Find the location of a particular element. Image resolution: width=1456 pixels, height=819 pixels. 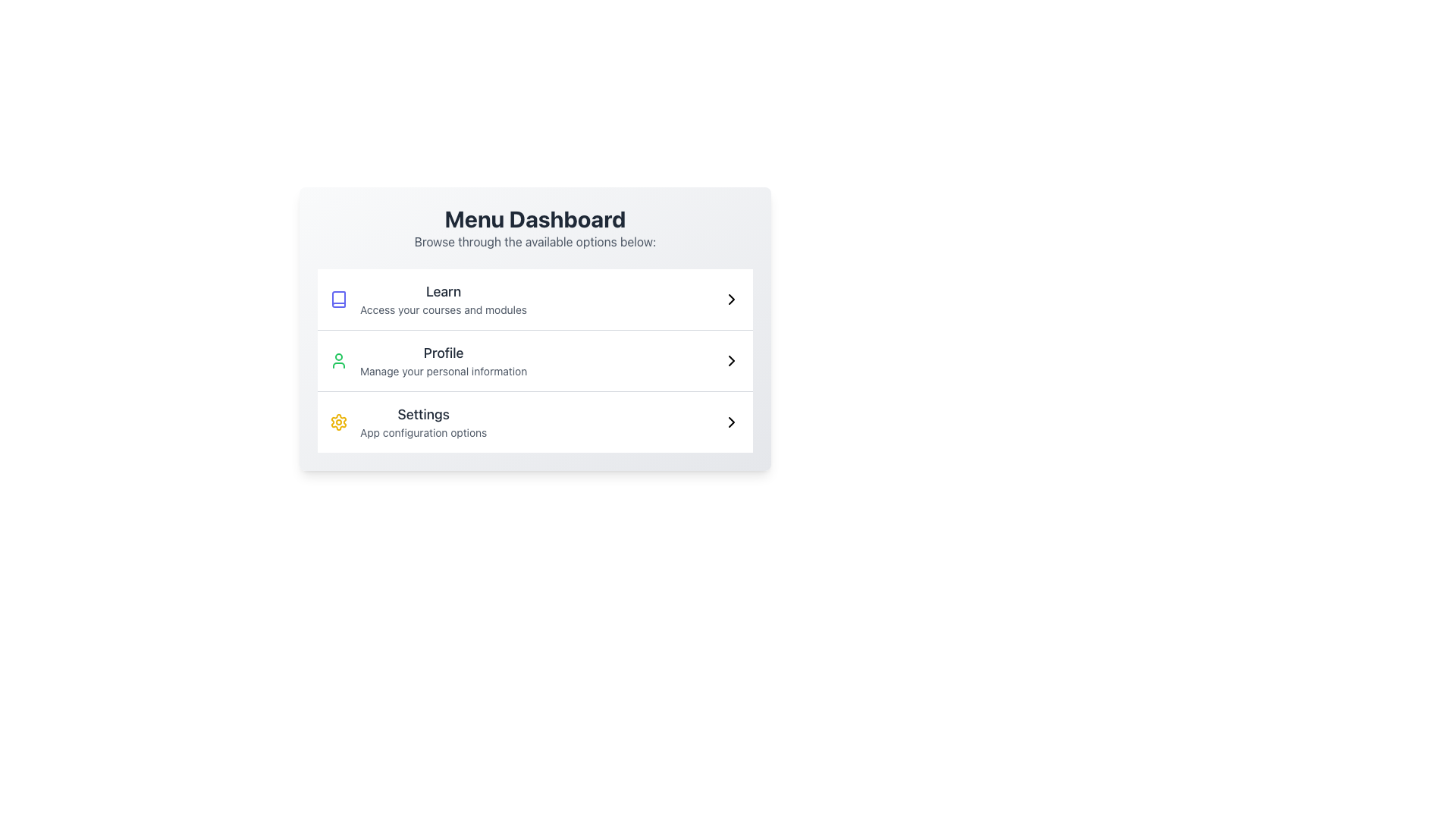

the label displaying 'App configuration options.' which is a small, gray-colored text located beneath the 'Settings' heading in the interface is located at coordinates (423, 432).